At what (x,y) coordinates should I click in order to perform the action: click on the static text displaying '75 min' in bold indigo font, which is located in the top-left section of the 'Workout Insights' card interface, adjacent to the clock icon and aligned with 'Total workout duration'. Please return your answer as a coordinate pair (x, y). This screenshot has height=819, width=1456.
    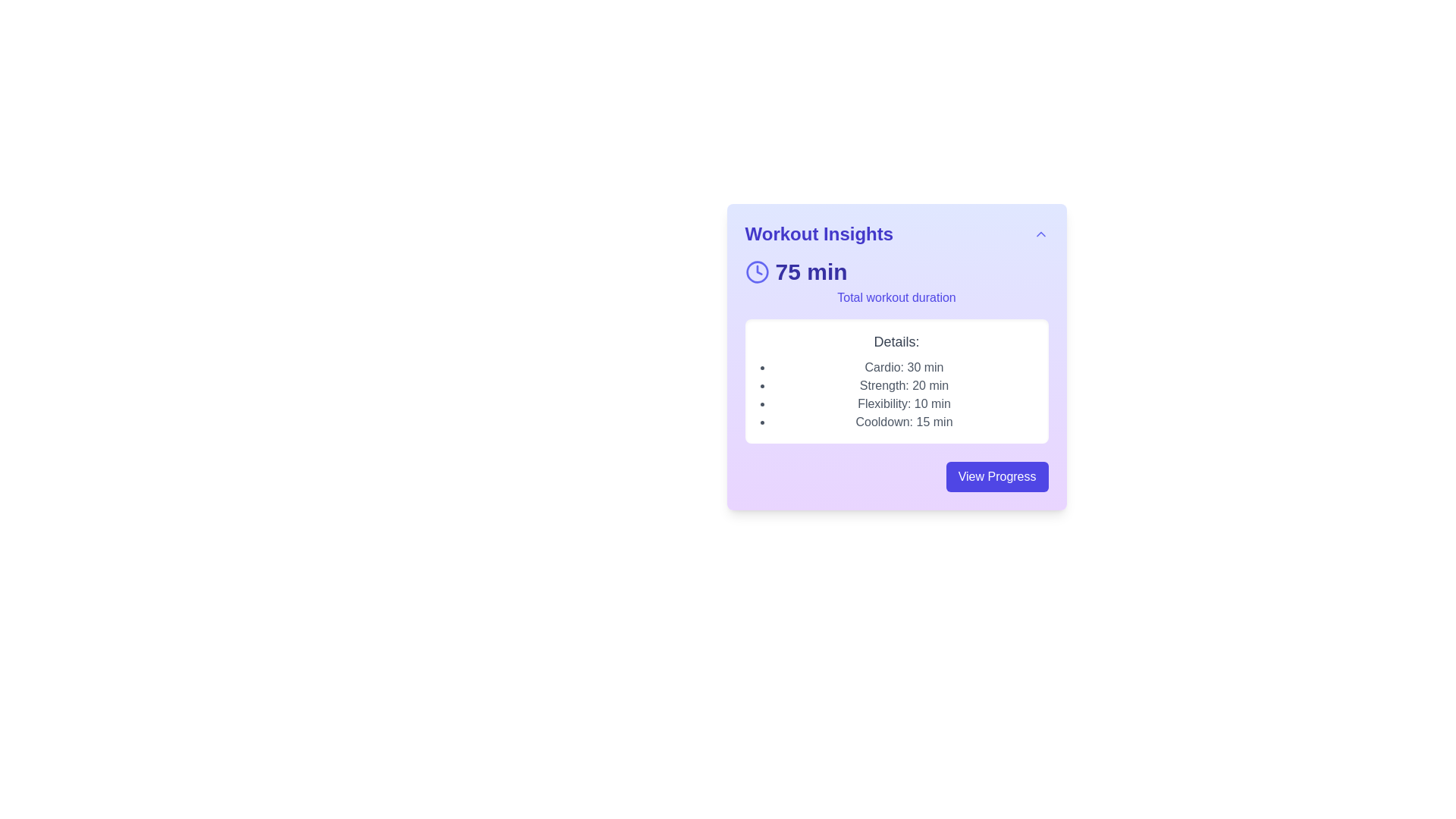
    Looking at the image, I should click on (811, 271).